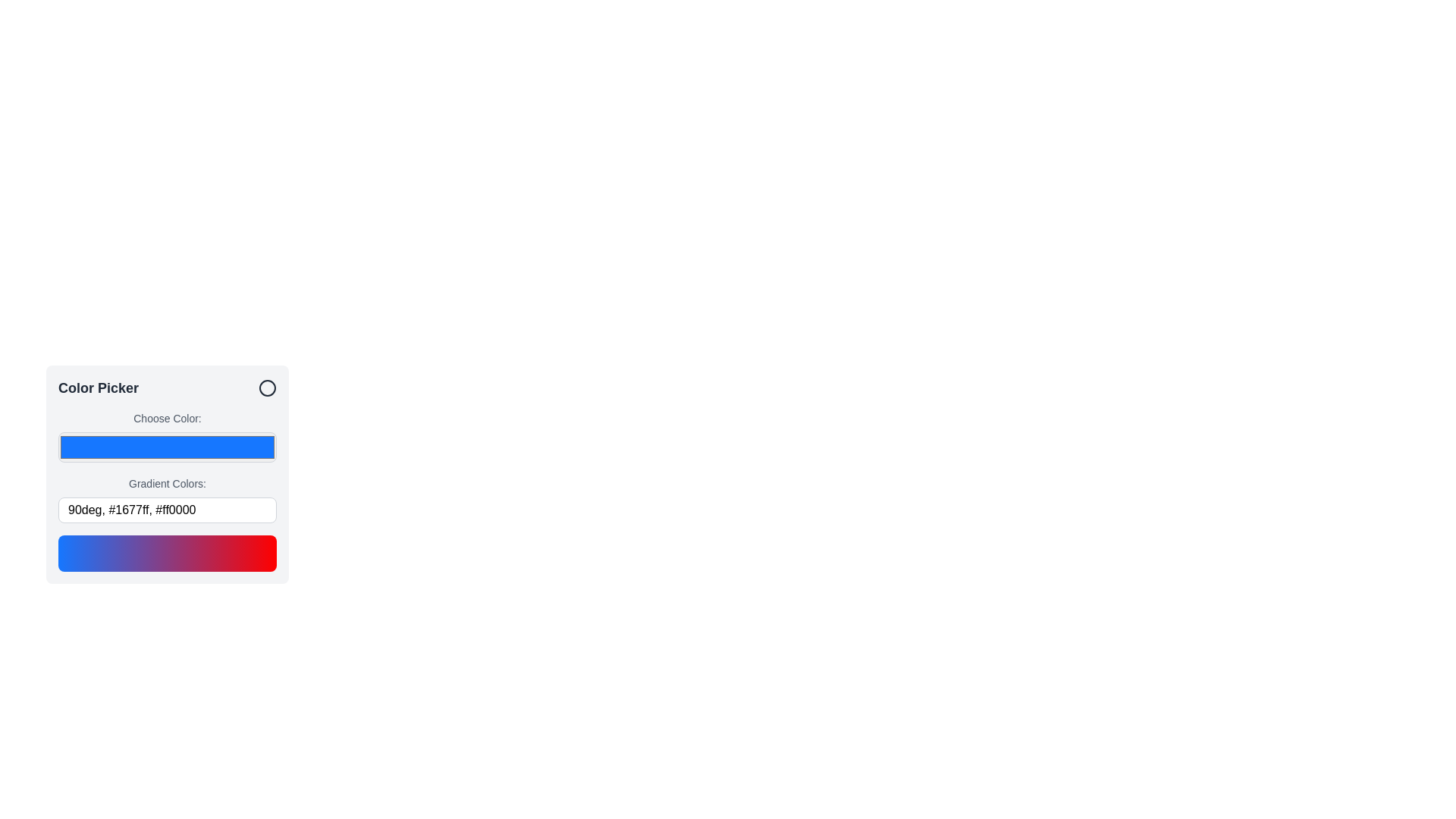 This screenshot has height=819, width=1456. I want to click on the text input field for gradient color specifications located in the 'Color Picker' module, beneath the label 'Gradient Colors:', to place the cursor inside the input box, so click(167, 510).